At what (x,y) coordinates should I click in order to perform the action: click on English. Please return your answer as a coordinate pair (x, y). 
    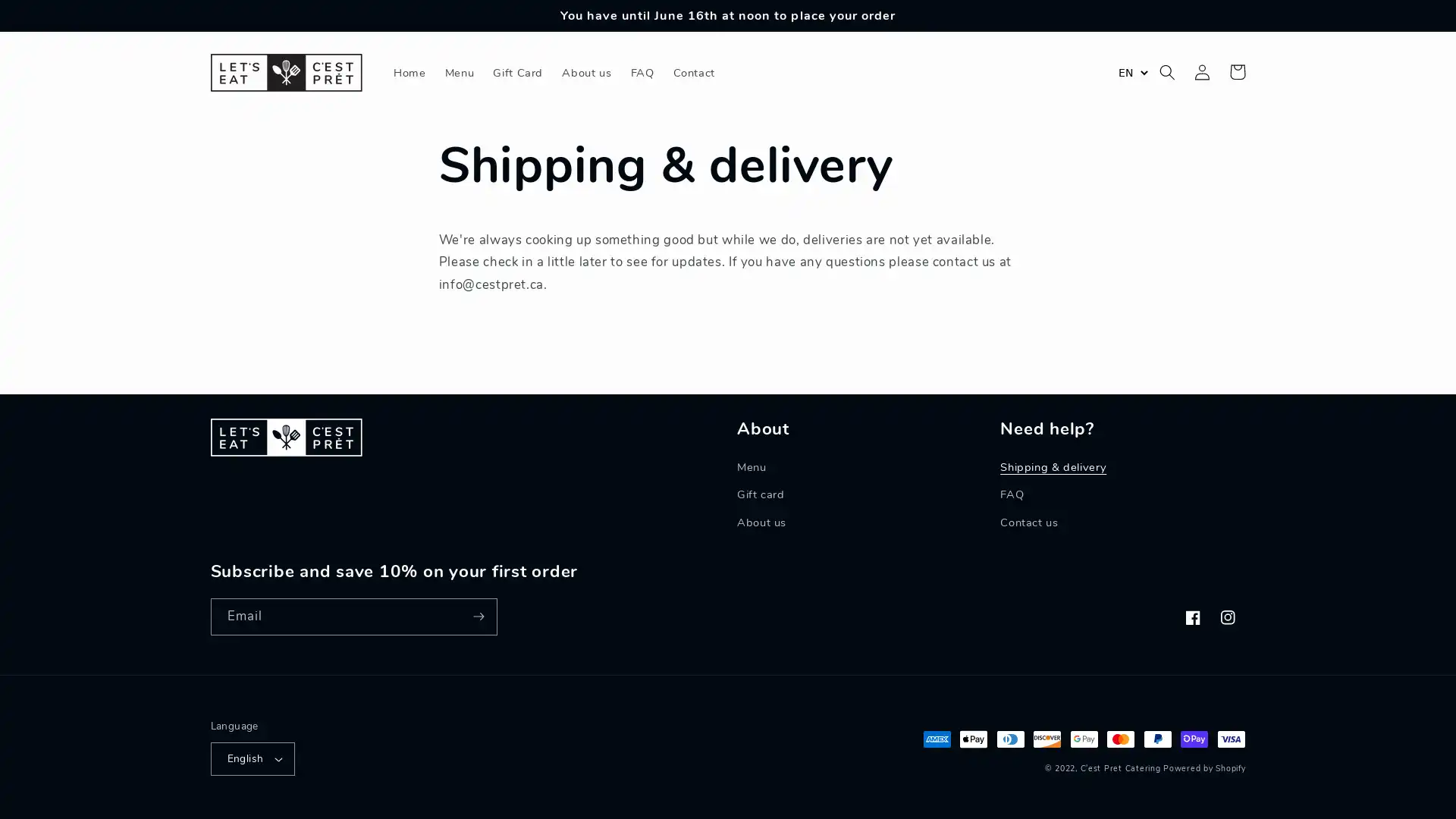
    Looking at the image, I should click on (252, 758).